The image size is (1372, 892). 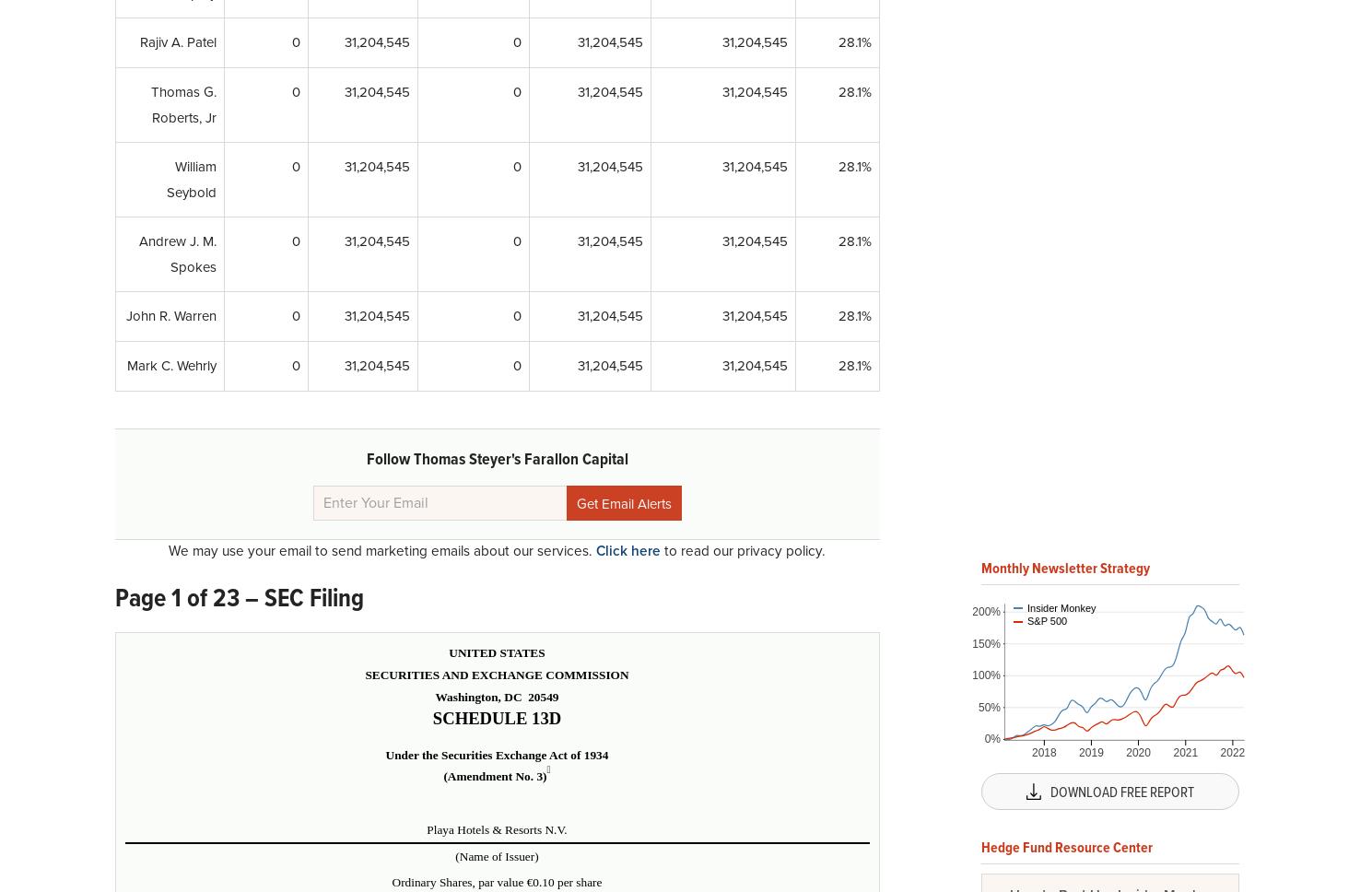 I want to click on 'Follow Thomas Steyer's Farallon Capital', so click(x=364, y=459).